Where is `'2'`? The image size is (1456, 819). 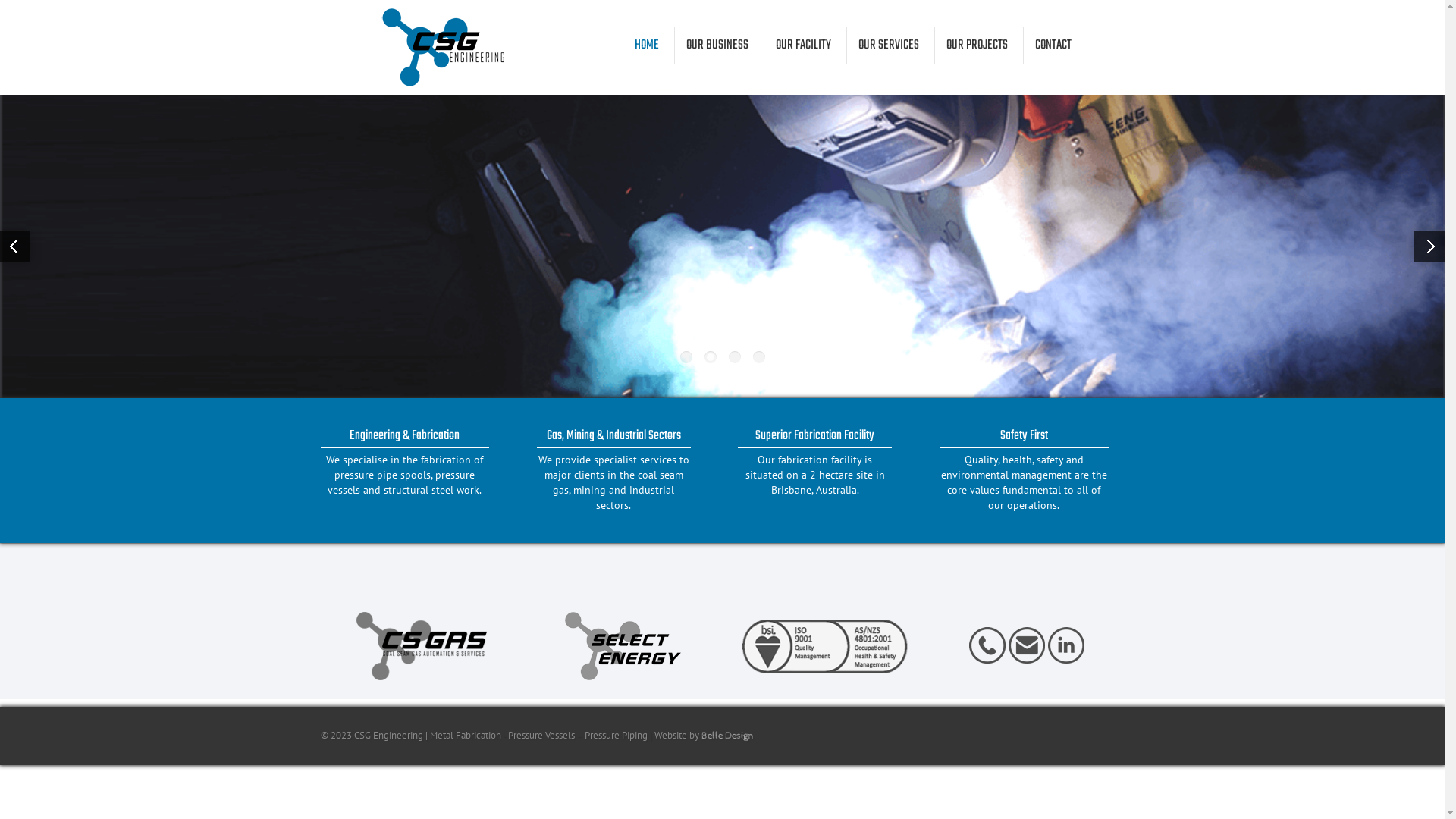
'2' is located at coordinates (709, 356).